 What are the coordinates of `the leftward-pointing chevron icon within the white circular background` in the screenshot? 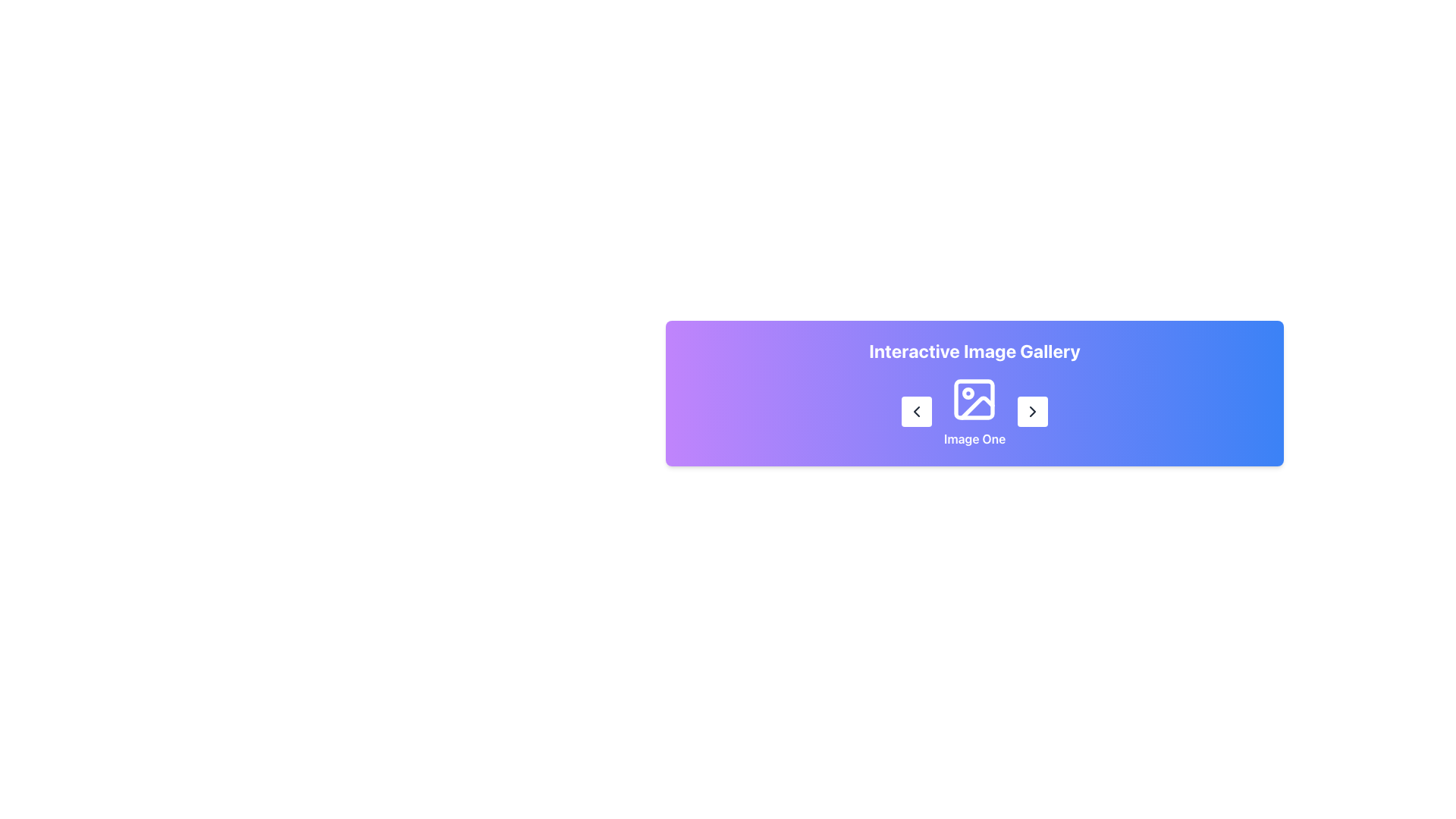 It's located at (915, 412).